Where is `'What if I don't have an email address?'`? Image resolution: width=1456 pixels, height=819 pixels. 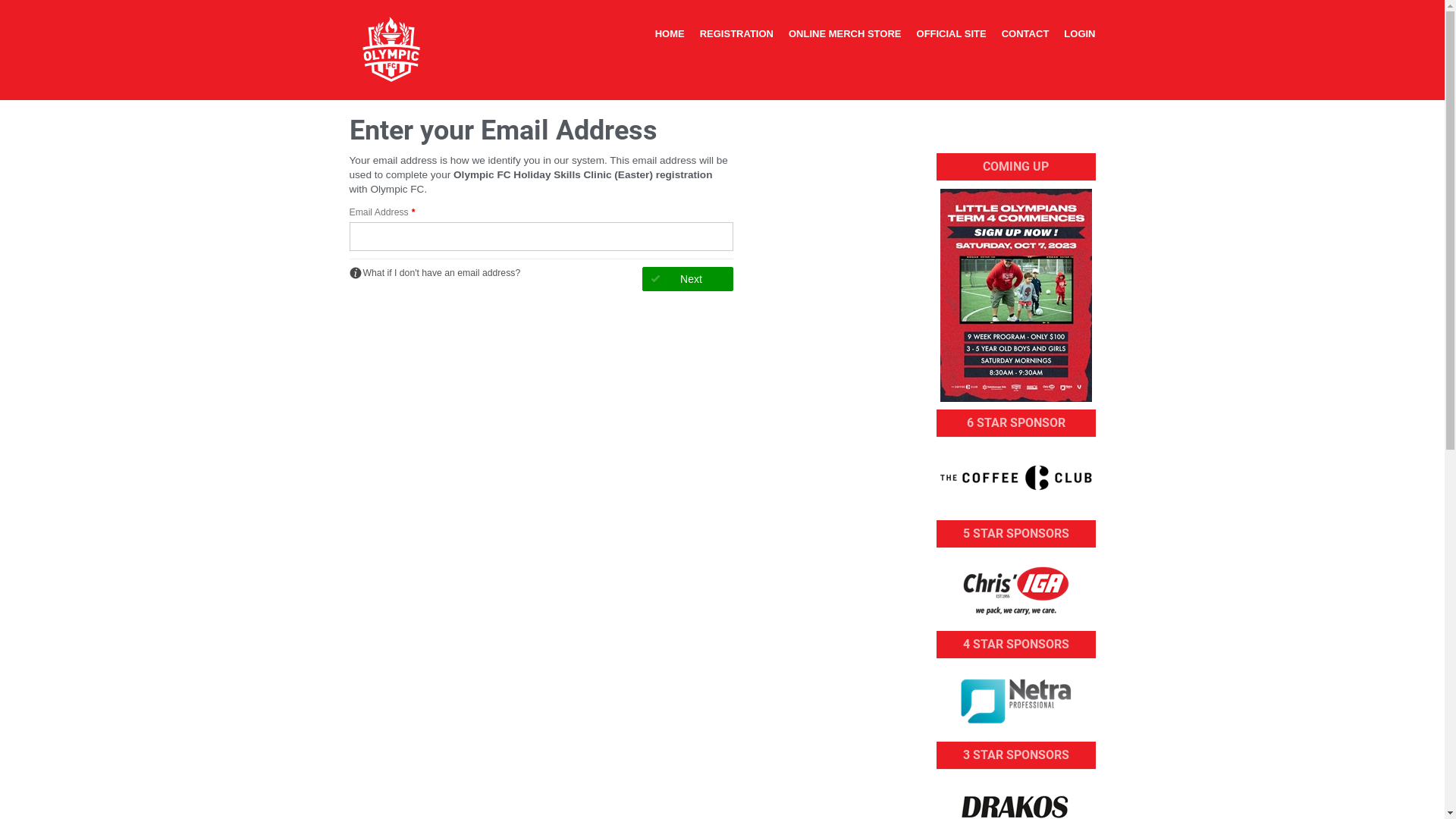
'What if I don't have an email address?' is located at coordinates (433, 271).